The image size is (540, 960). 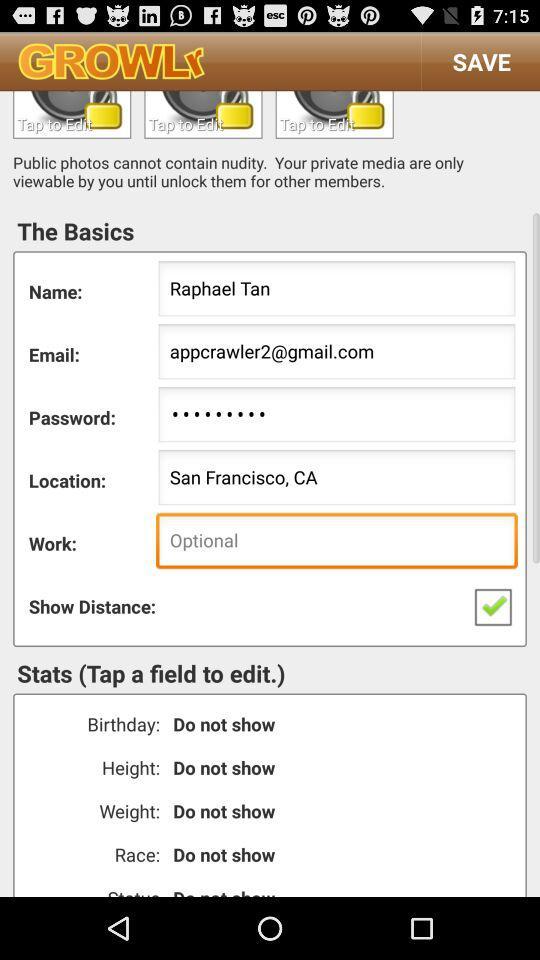 What do you see at coordinates (336, 543) in the screenshot?
I see `optional work information` at bounding box center [336, 543].